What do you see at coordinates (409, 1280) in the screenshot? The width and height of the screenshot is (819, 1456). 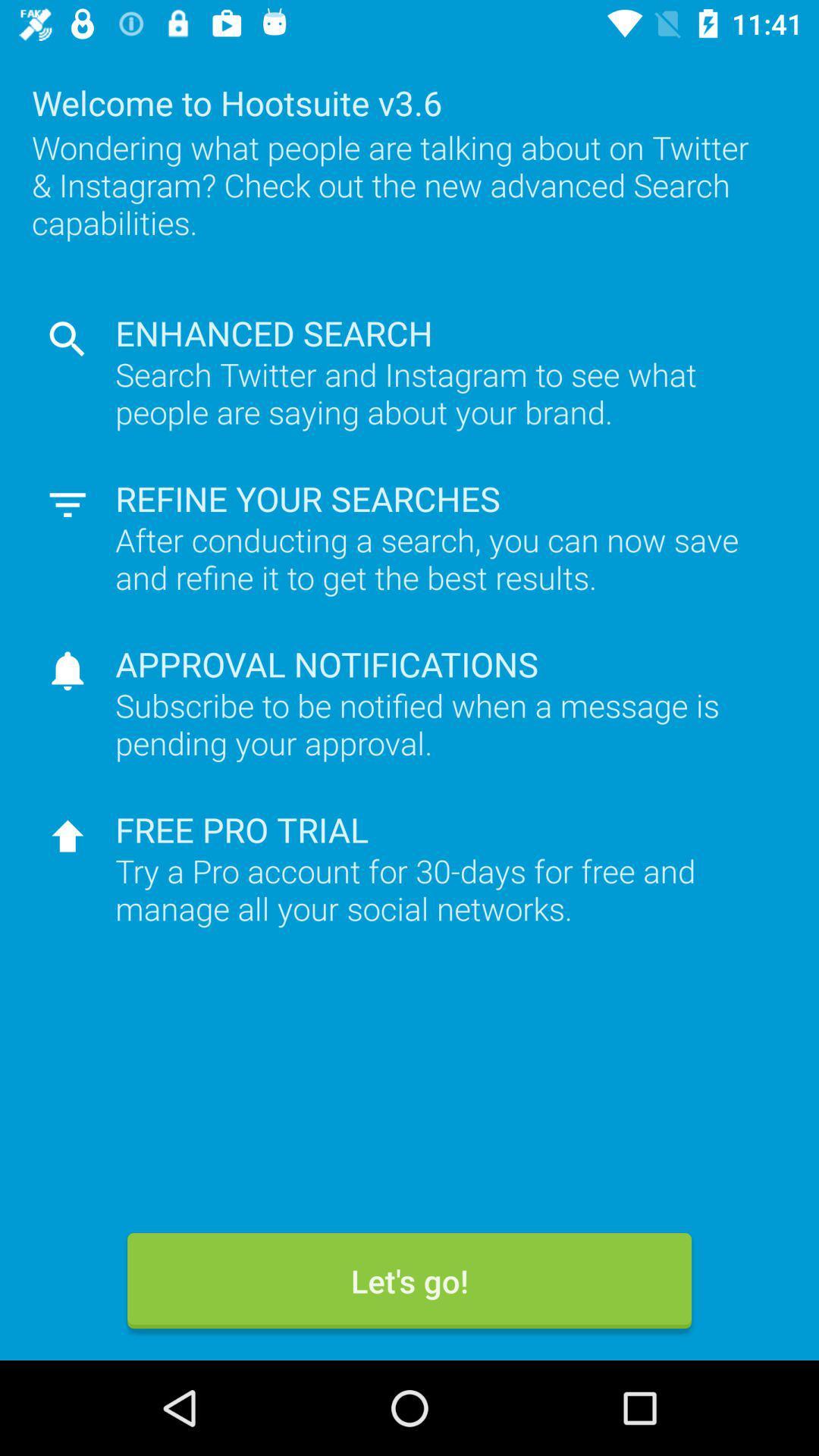 I see `lets go at the bottom of the page` at bounding box center [409, 1280].